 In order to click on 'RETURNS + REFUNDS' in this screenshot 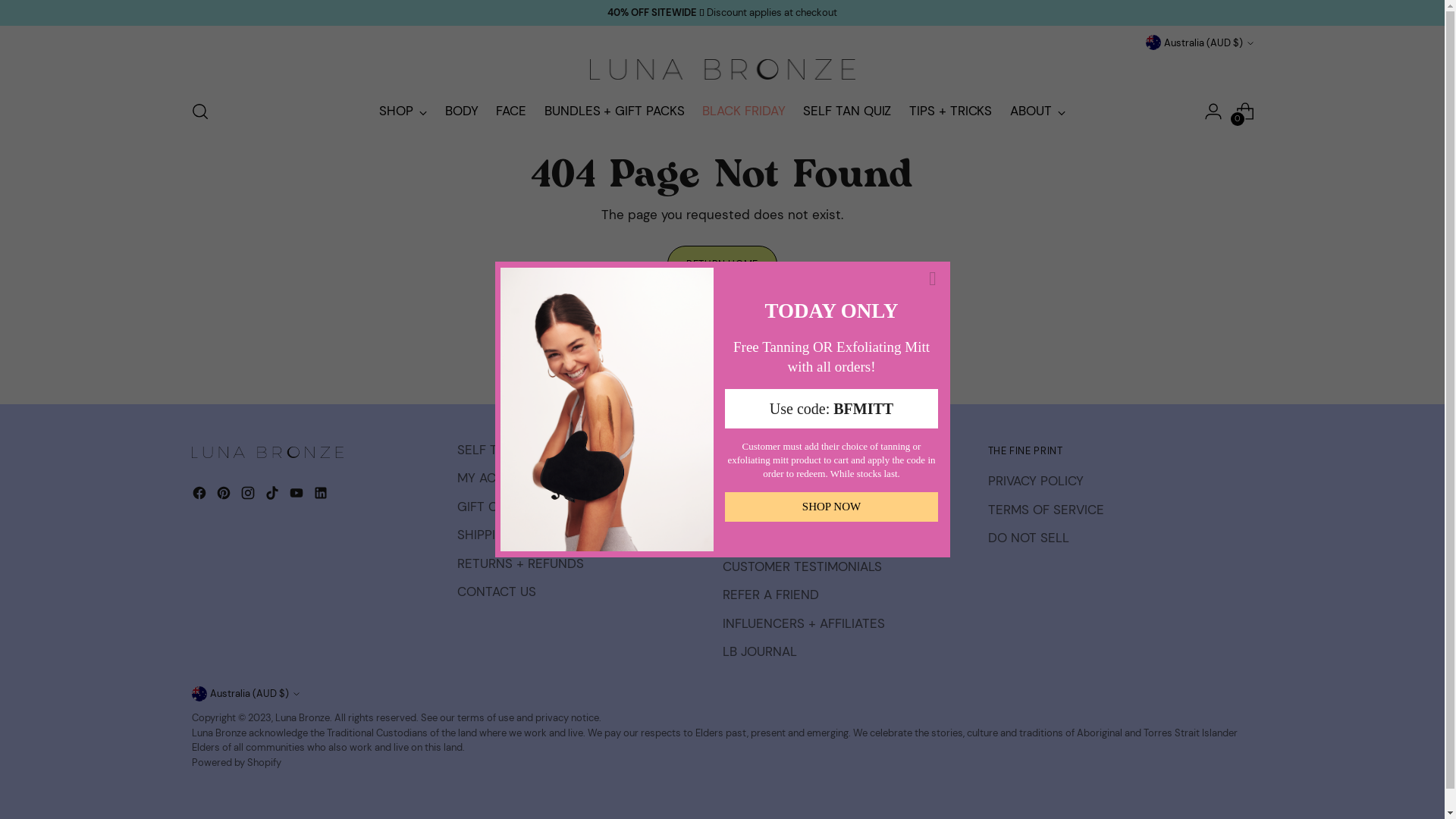, I will do `click(519, 563)`.